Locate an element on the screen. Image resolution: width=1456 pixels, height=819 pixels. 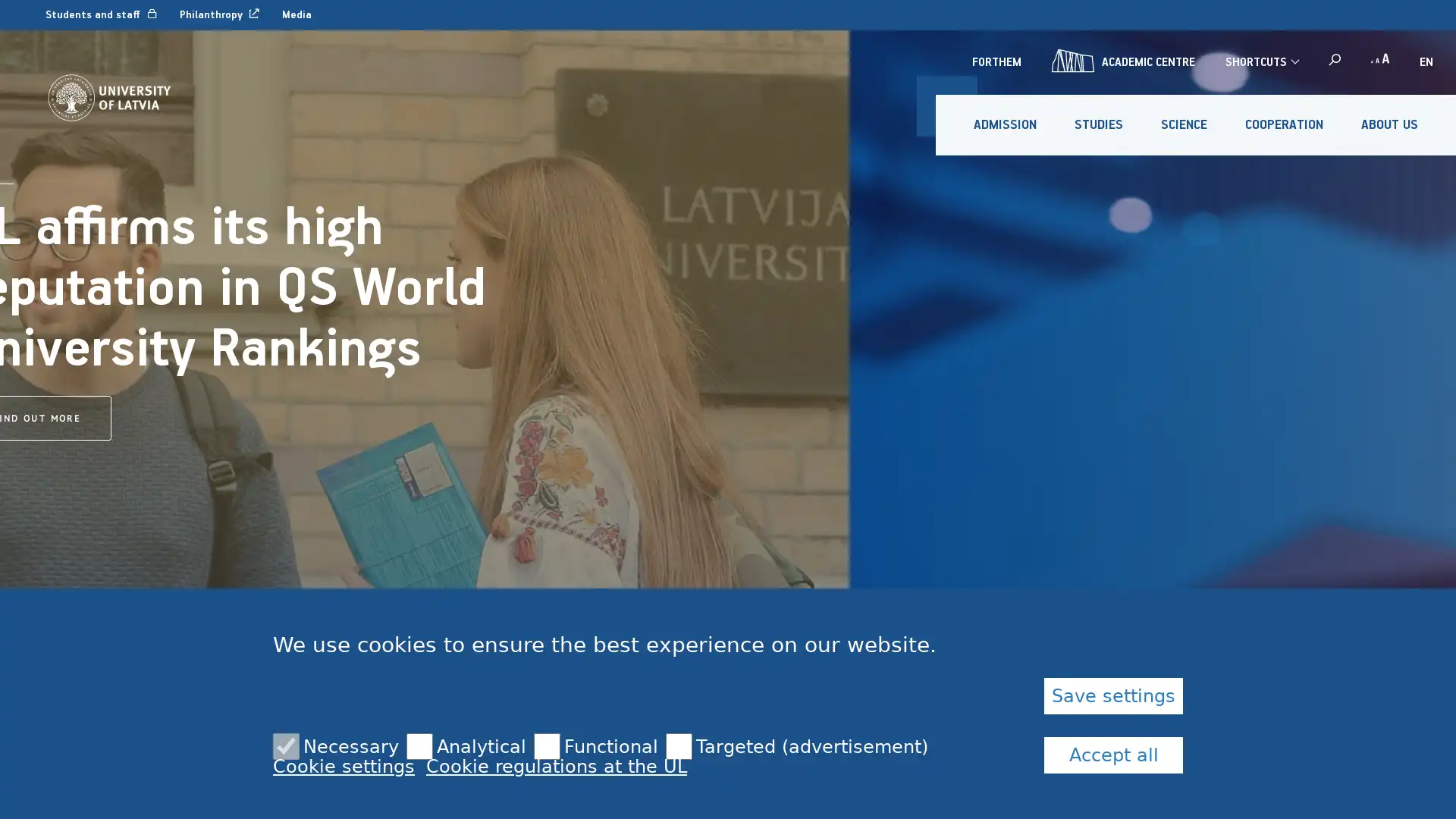
SCIENCE is located at coordinates (1183, 124).